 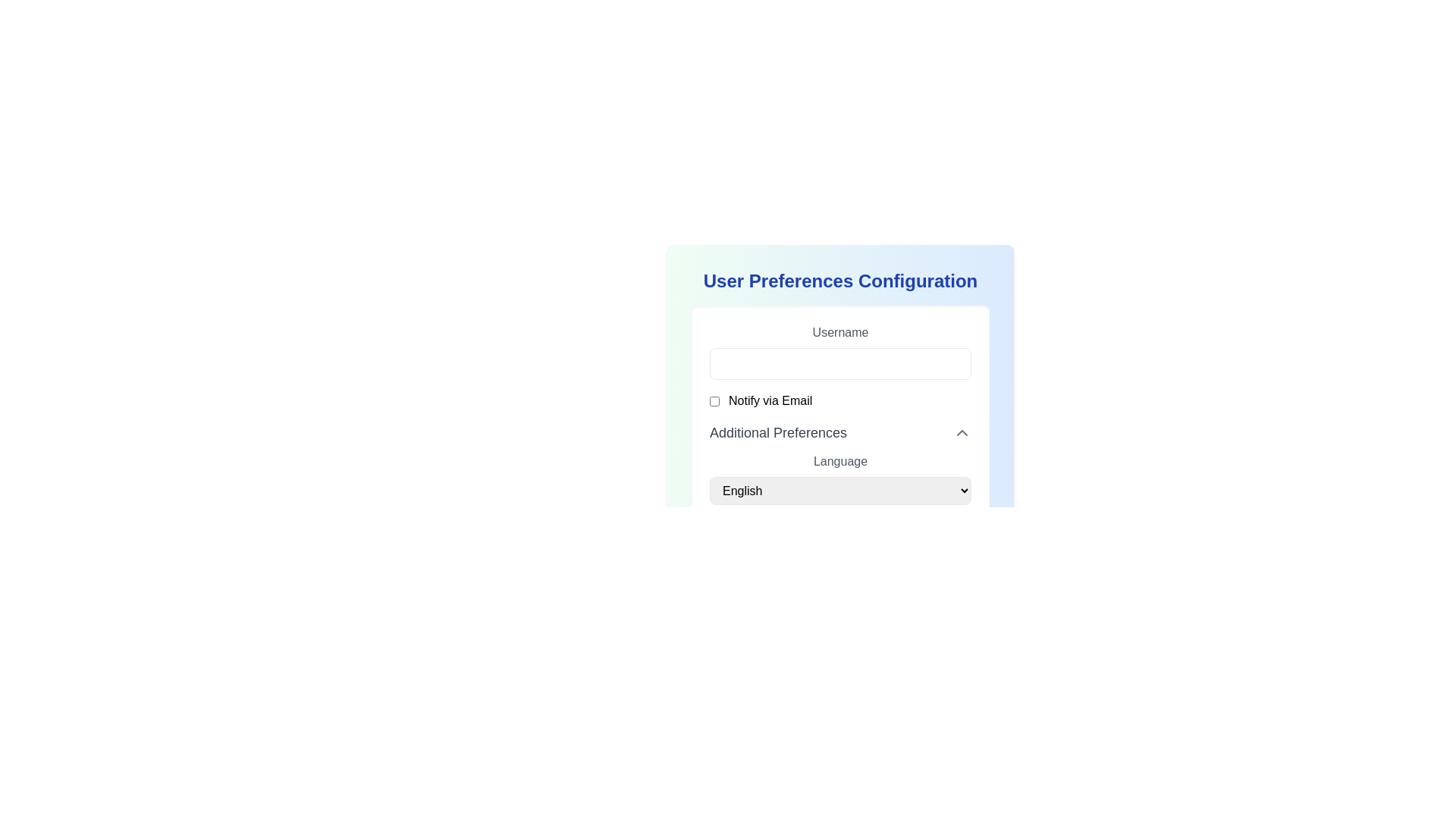 What do you see at coordinates (778, 432) in the screenshot?
I see `the Text label indicating 'Additional Preferences' located below the 'Notify via Email' checkbox label, which is visually aligned with a chevron-up icon on the right` at bounding box center [778, 432].